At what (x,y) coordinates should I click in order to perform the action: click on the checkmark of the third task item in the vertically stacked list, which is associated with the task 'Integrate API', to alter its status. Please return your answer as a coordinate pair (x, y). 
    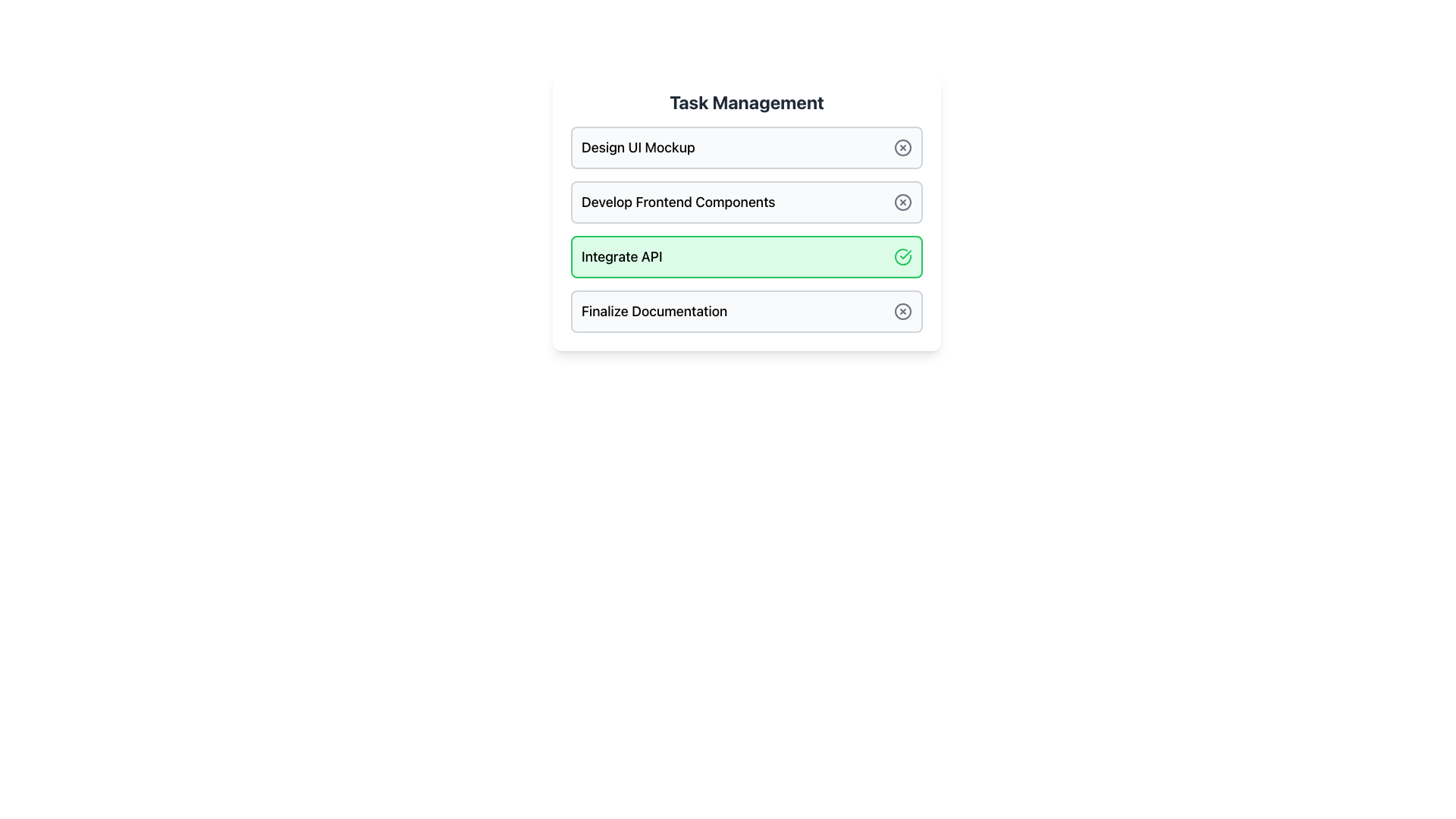
    Looking at the image, I should click on (746, 230).